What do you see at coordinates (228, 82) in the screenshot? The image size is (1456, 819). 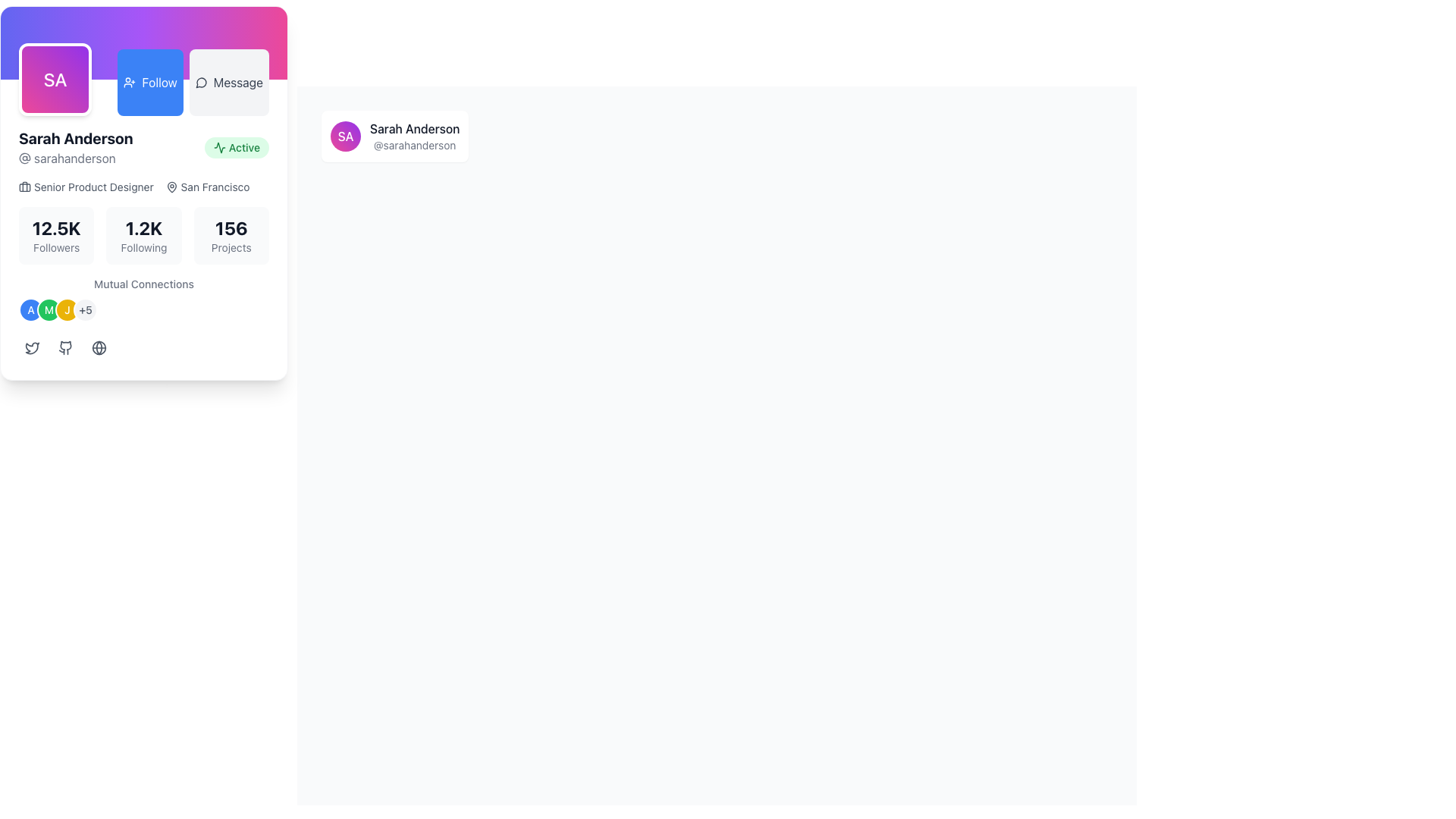 I see `the second button in the horizontal group at the top-right of the card interface` at bounding box center [228, 82].